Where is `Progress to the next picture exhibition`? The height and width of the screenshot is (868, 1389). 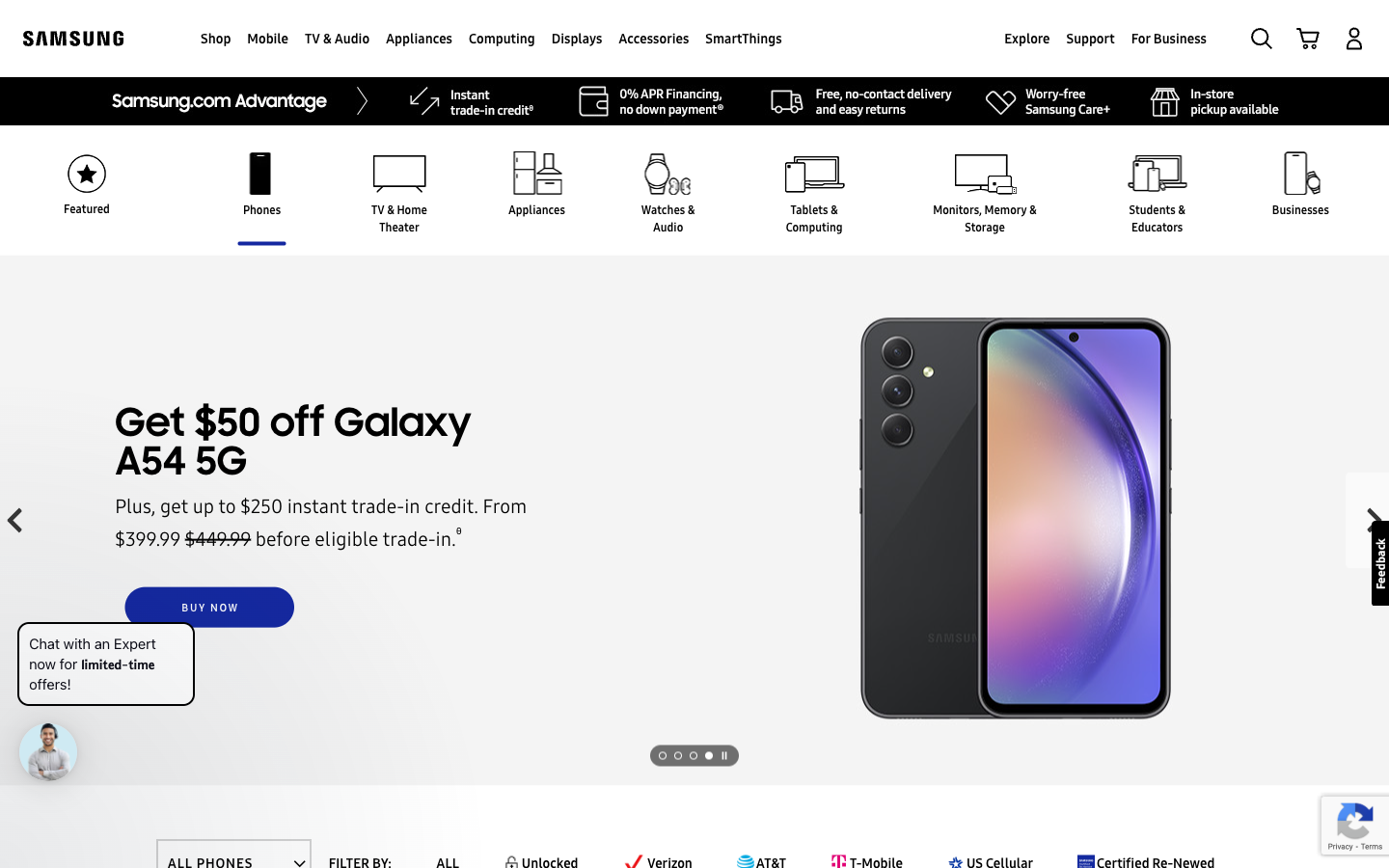 Progress to the next picture exhibition is located at coordinates (722, 754).